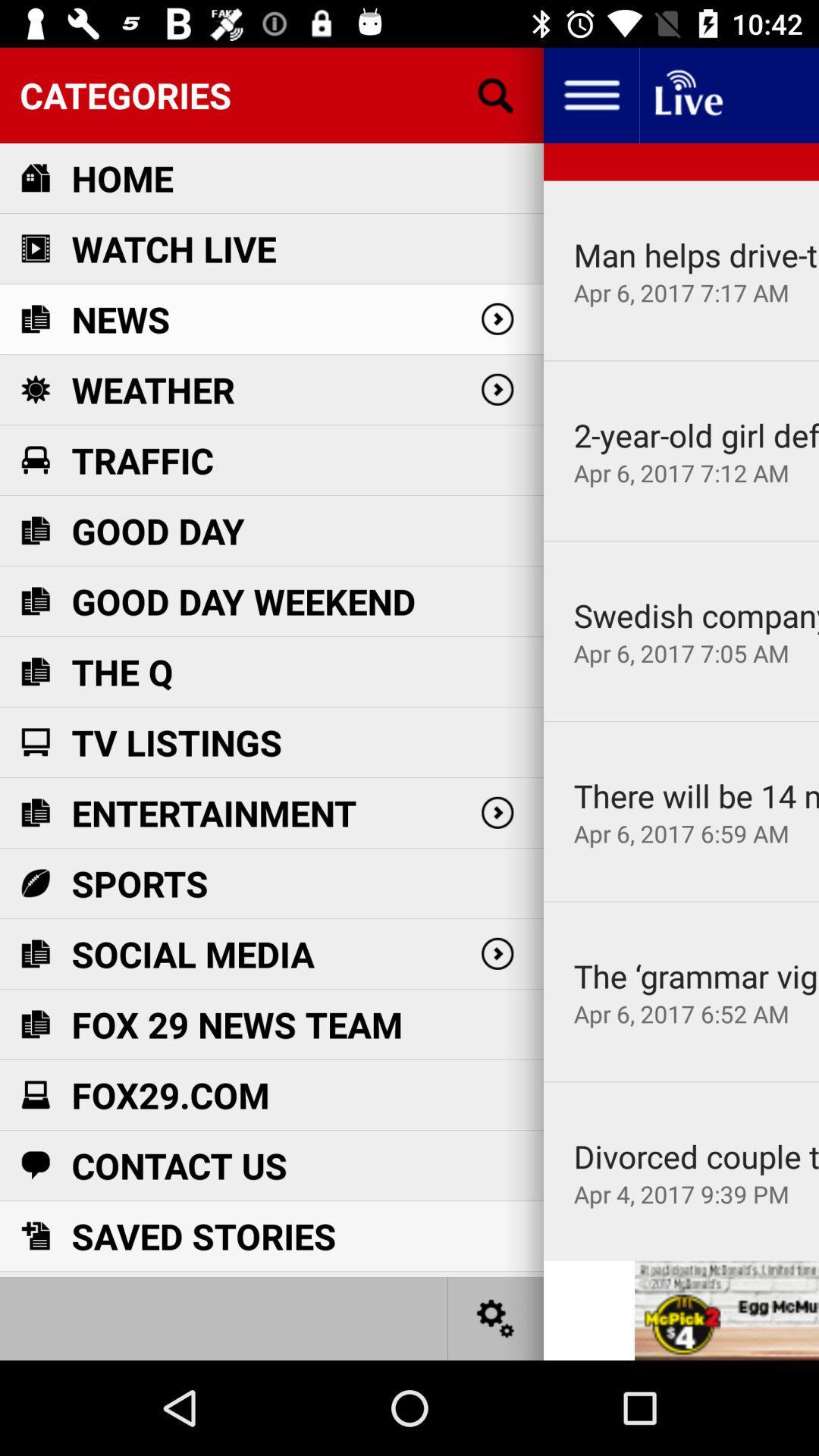 The height and width of the screenshot is (1456, 819). Describe the element at coordinates (496, 94) in the screenshot. I see `the search icon` at that location.